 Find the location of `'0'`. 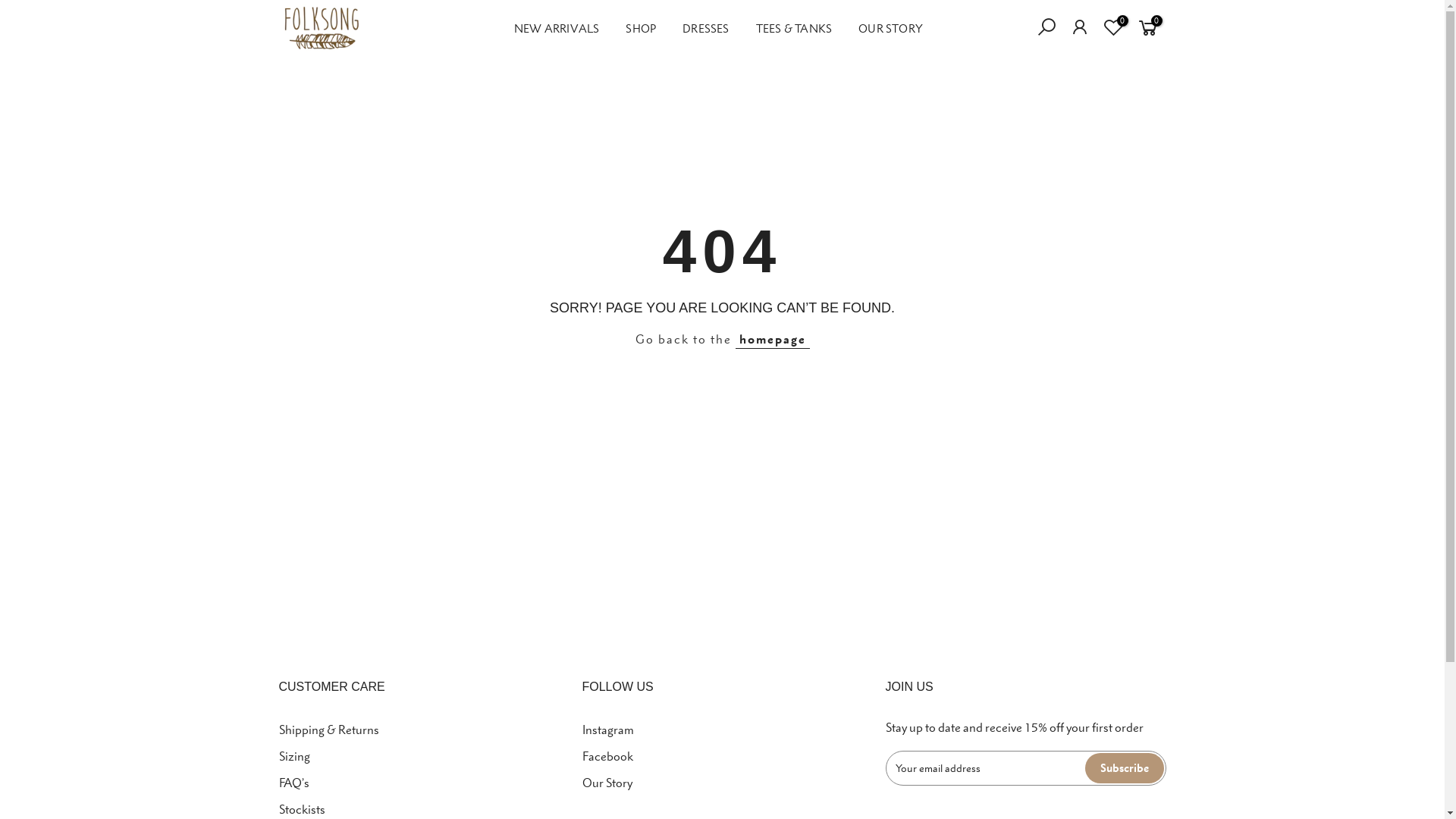

'0' is located at coordinates (1135, 28).